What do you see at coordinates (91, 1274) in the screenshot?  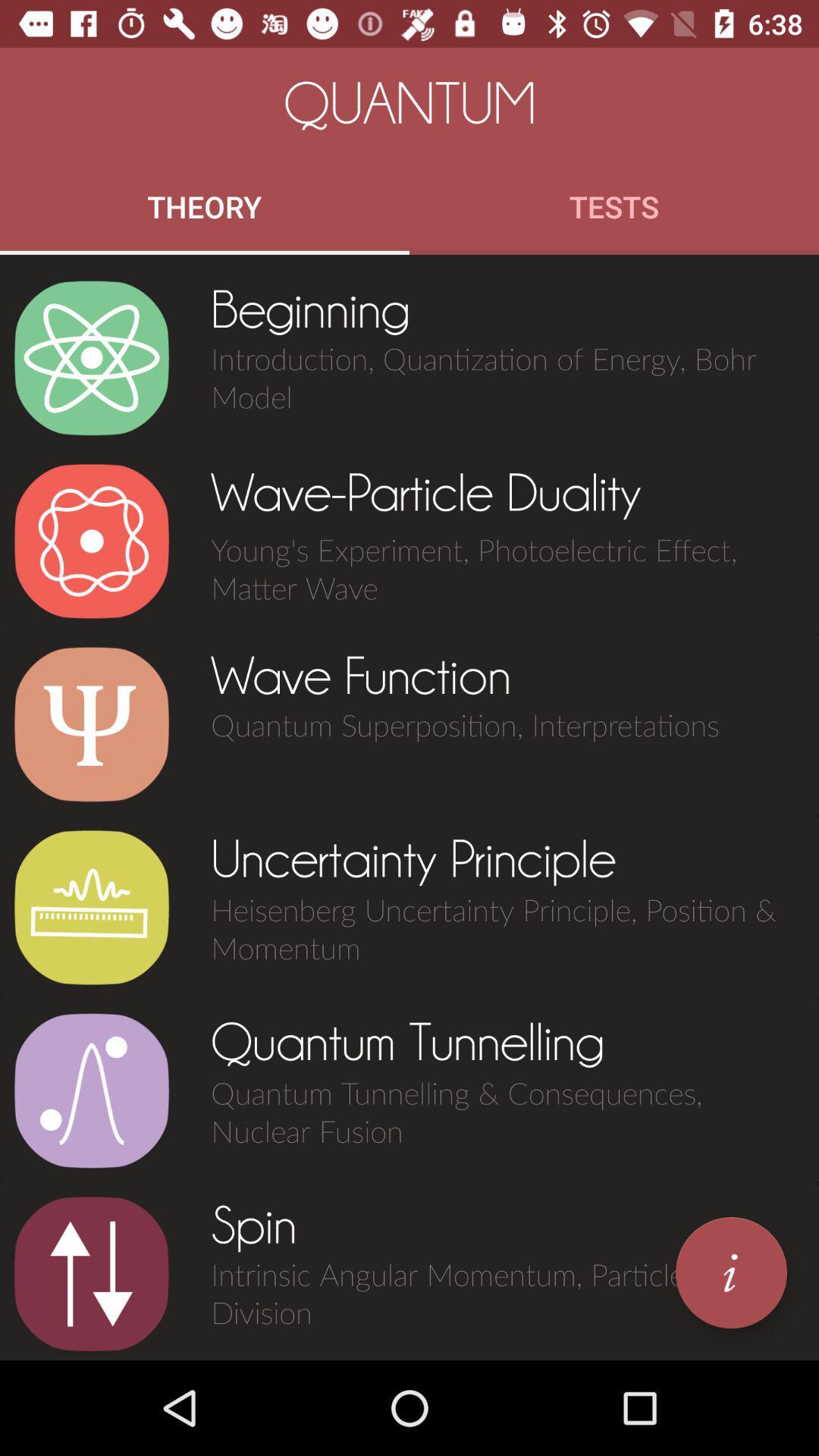 I see `item to the left of spin item` at bounding box center [91, 1274].